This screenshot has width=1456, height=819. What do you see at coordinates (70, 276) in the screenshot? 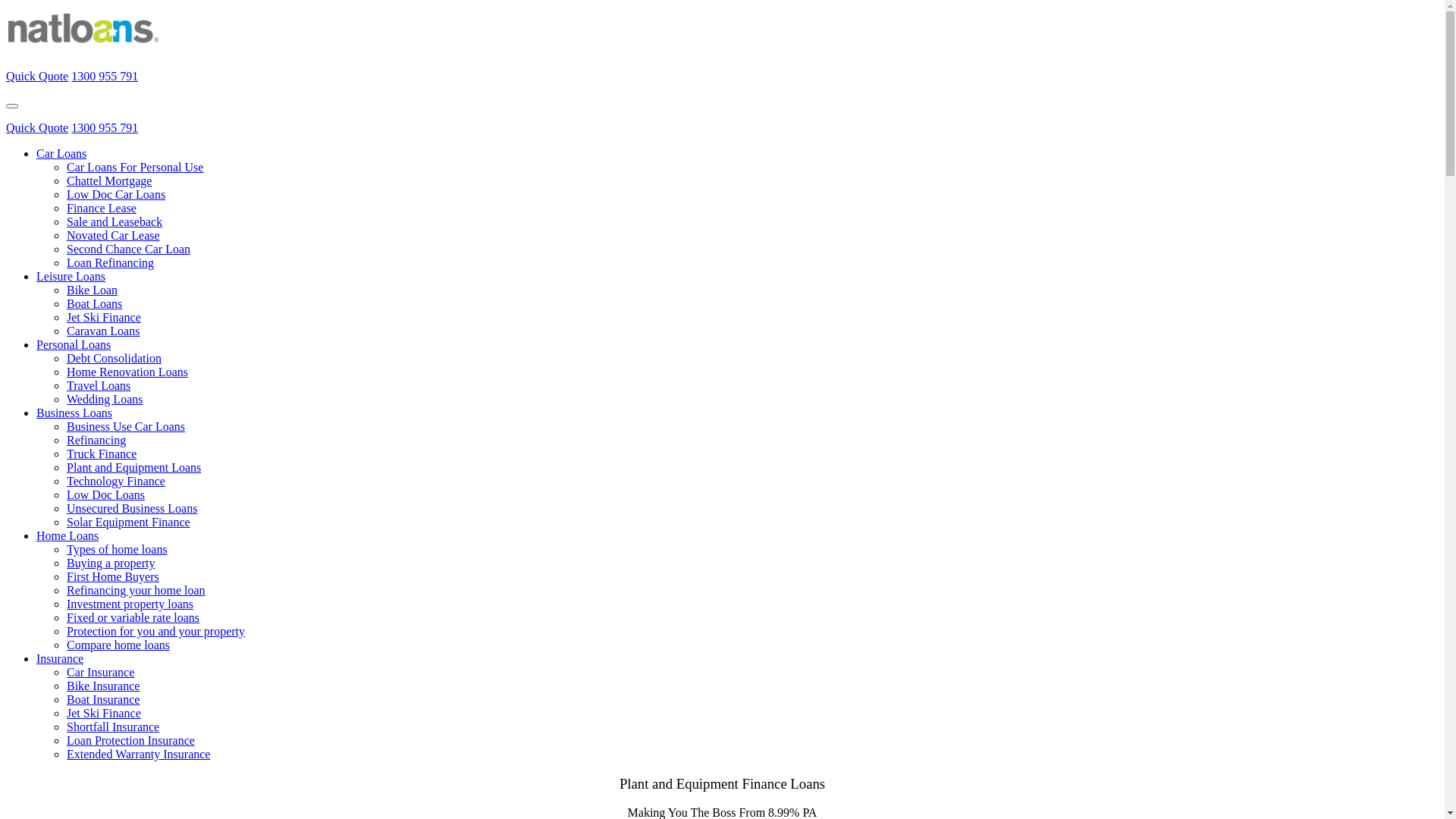
I see `'Leisure Loans'` at bounding box center [70, 276].